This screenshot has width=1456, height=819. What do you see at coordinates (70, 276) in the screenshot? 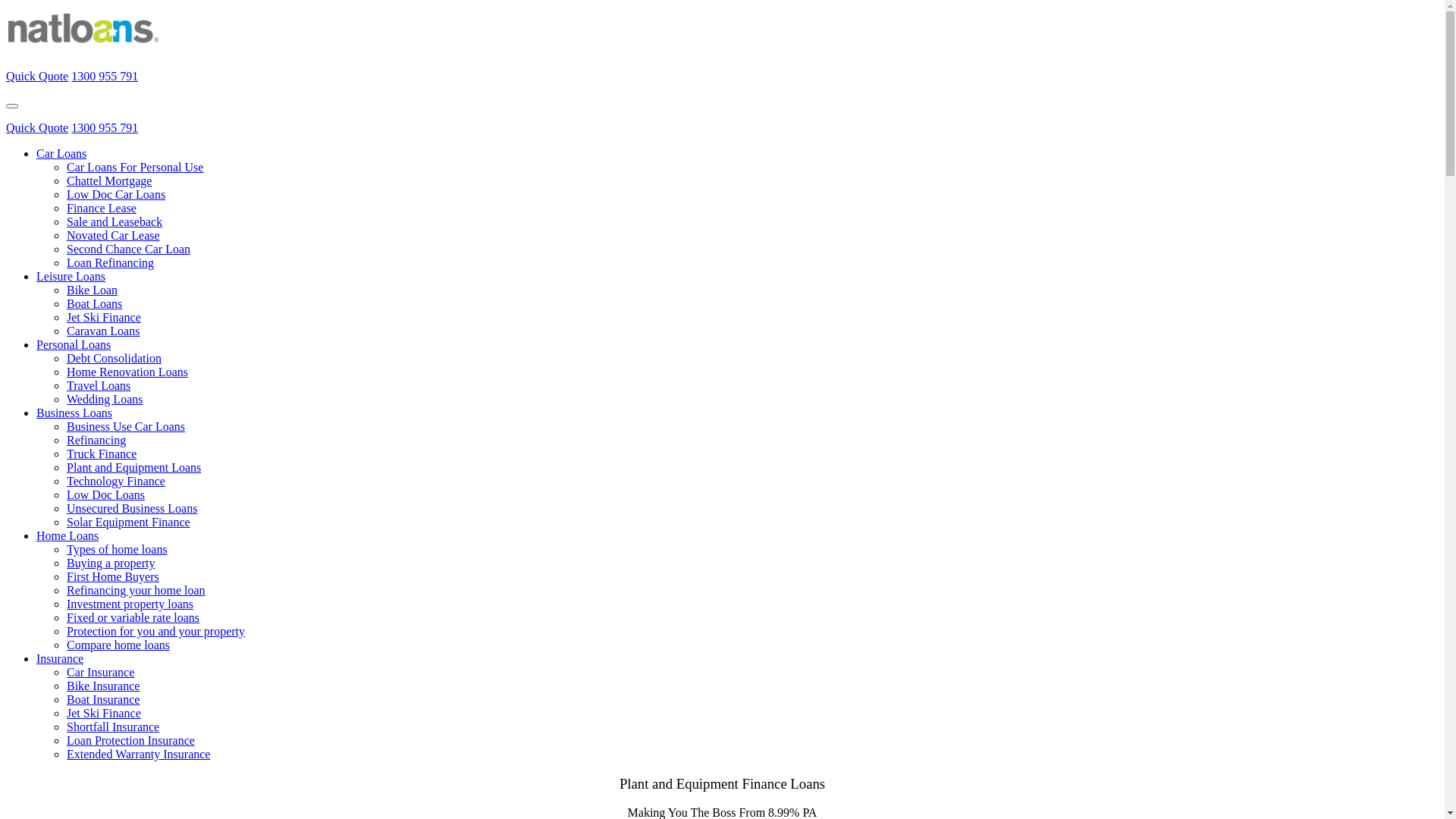
I see `'Leisure Loans'` at bounding box center [70, 276].